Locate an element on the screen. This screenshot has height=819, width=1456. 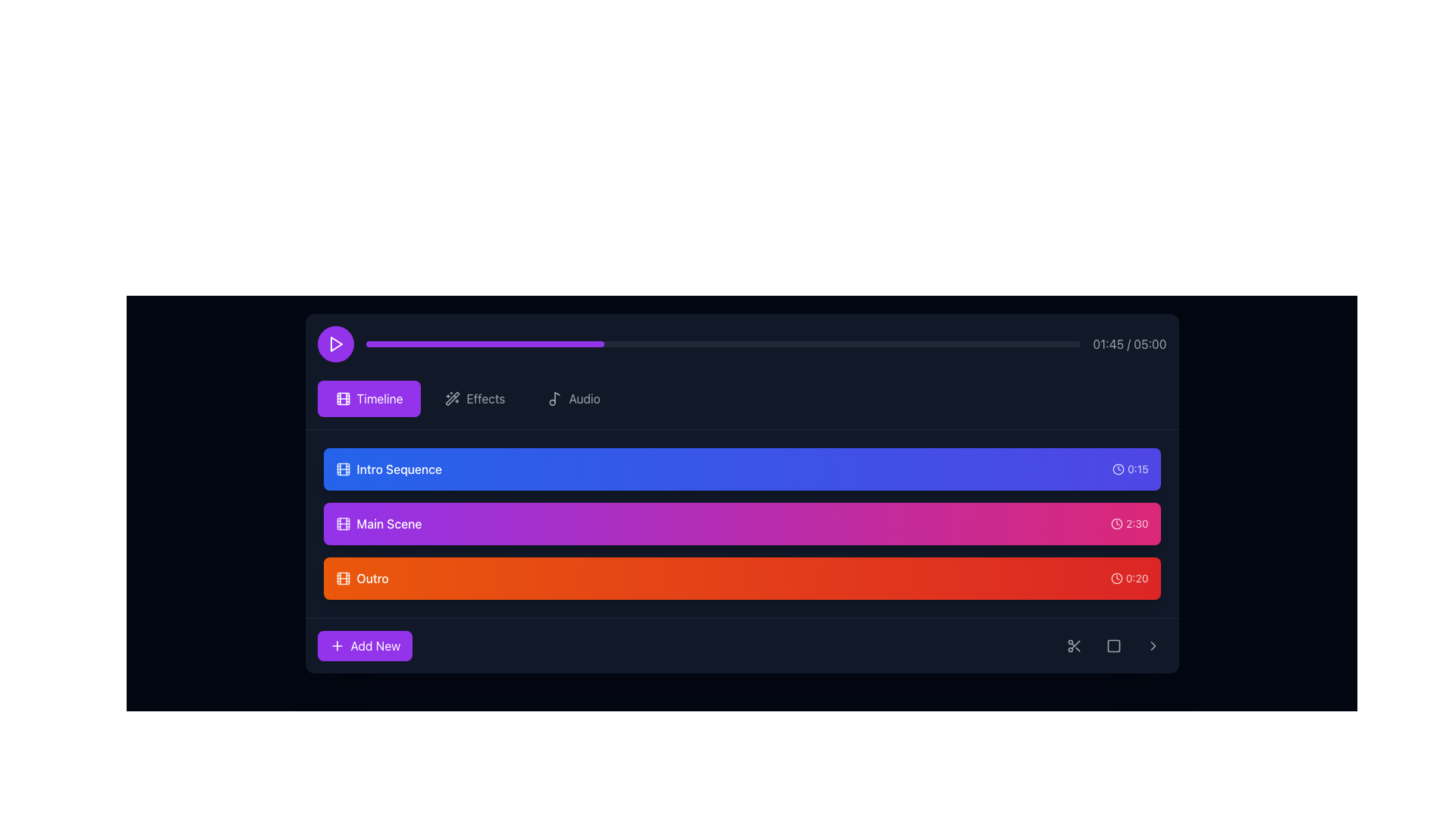
the magical wand icon with sparkles in the top-left corner of the menu panel for accessibility purposes is located at coordinates (452, 397).